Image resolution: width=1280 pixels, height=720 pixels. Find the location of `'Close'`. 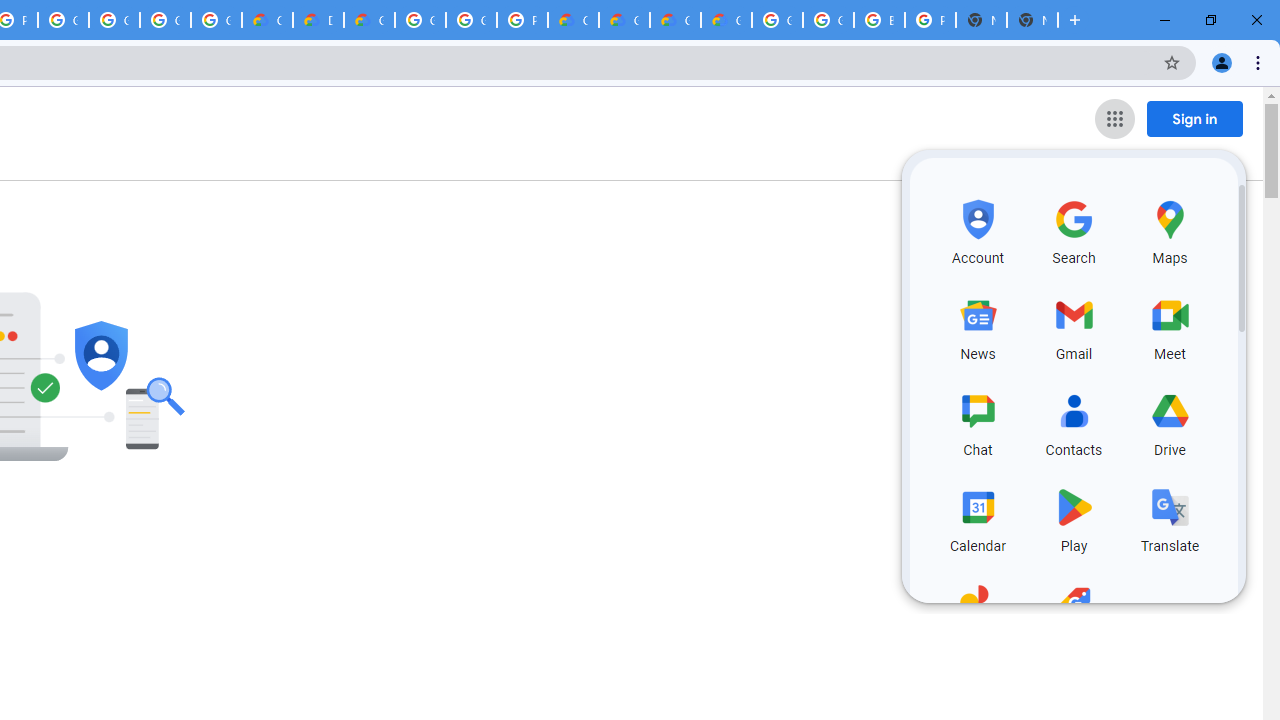

'Close' is located at coordinates (1255, 20).